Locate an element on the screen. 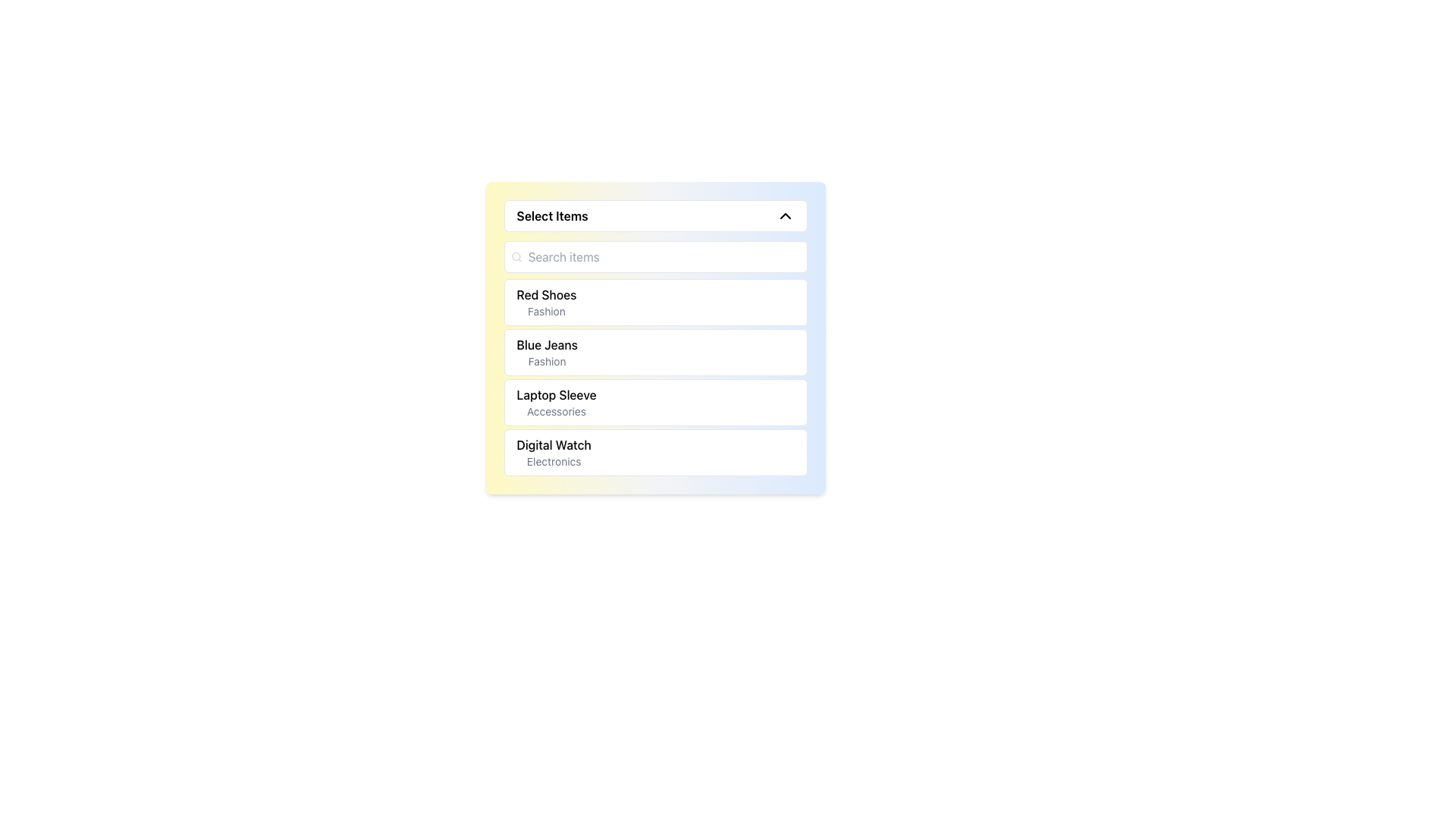 This screenshot has width=1456, height=819. the list item displaying 'Blue Jeans' with the subtitle 'Fashion' is located at coordinates (655, 353).